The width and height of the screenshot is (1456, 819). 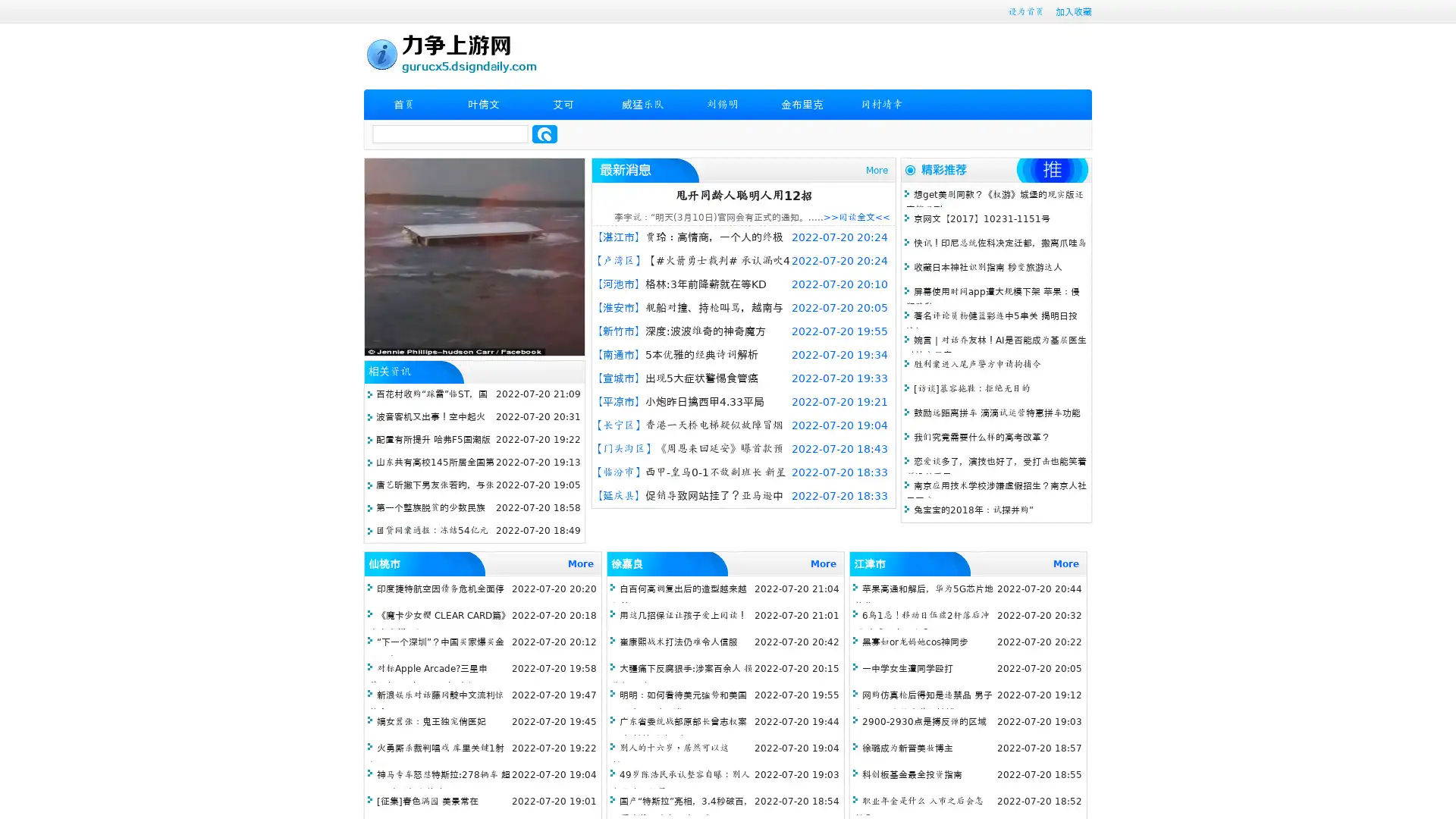 What do you see at coordinates (544, 133) in the screenshot?
I see `Search` at bounding box center [544, 133].